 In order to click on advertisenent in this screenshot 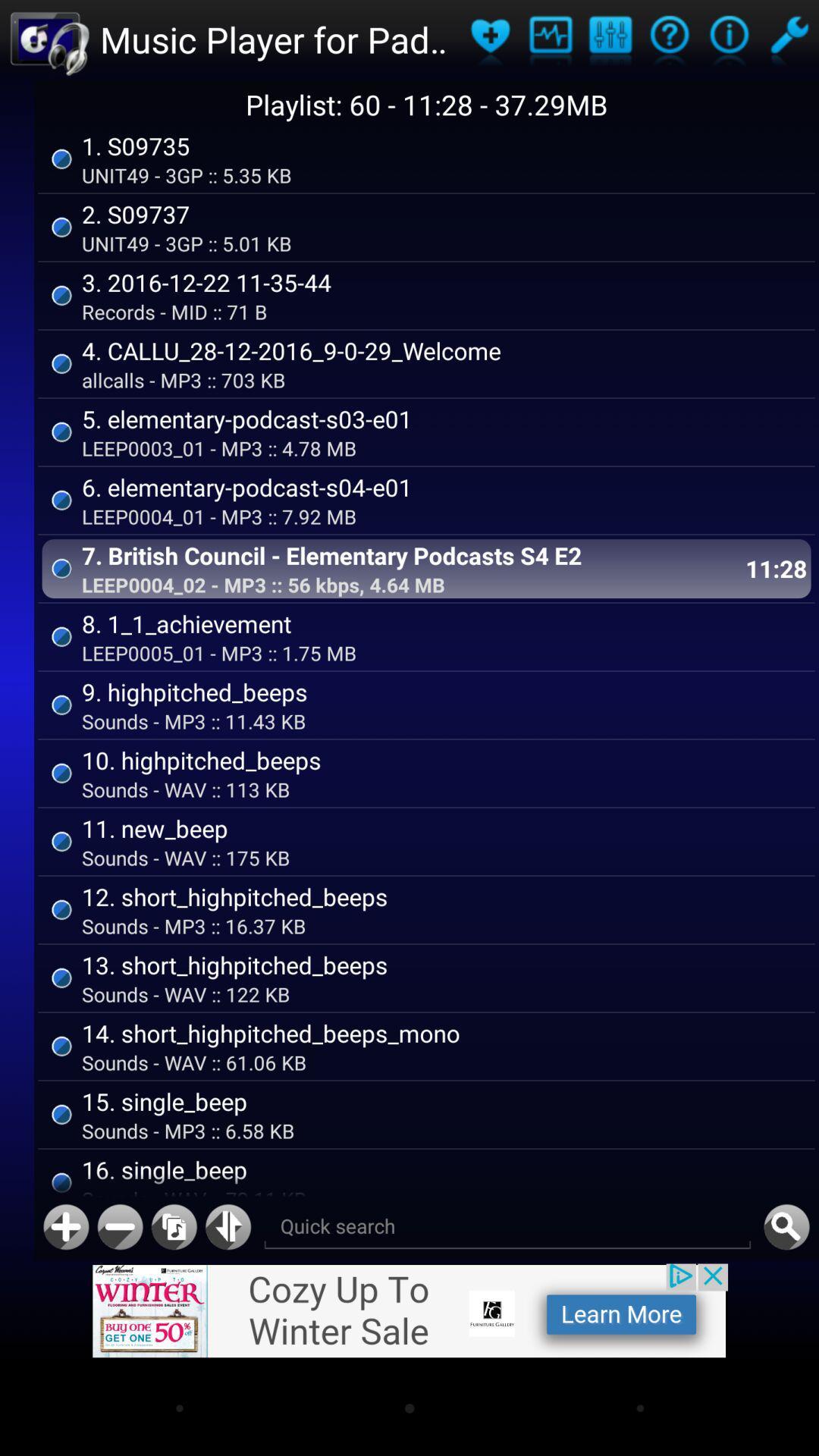, I will do `click(409, 1310)`.